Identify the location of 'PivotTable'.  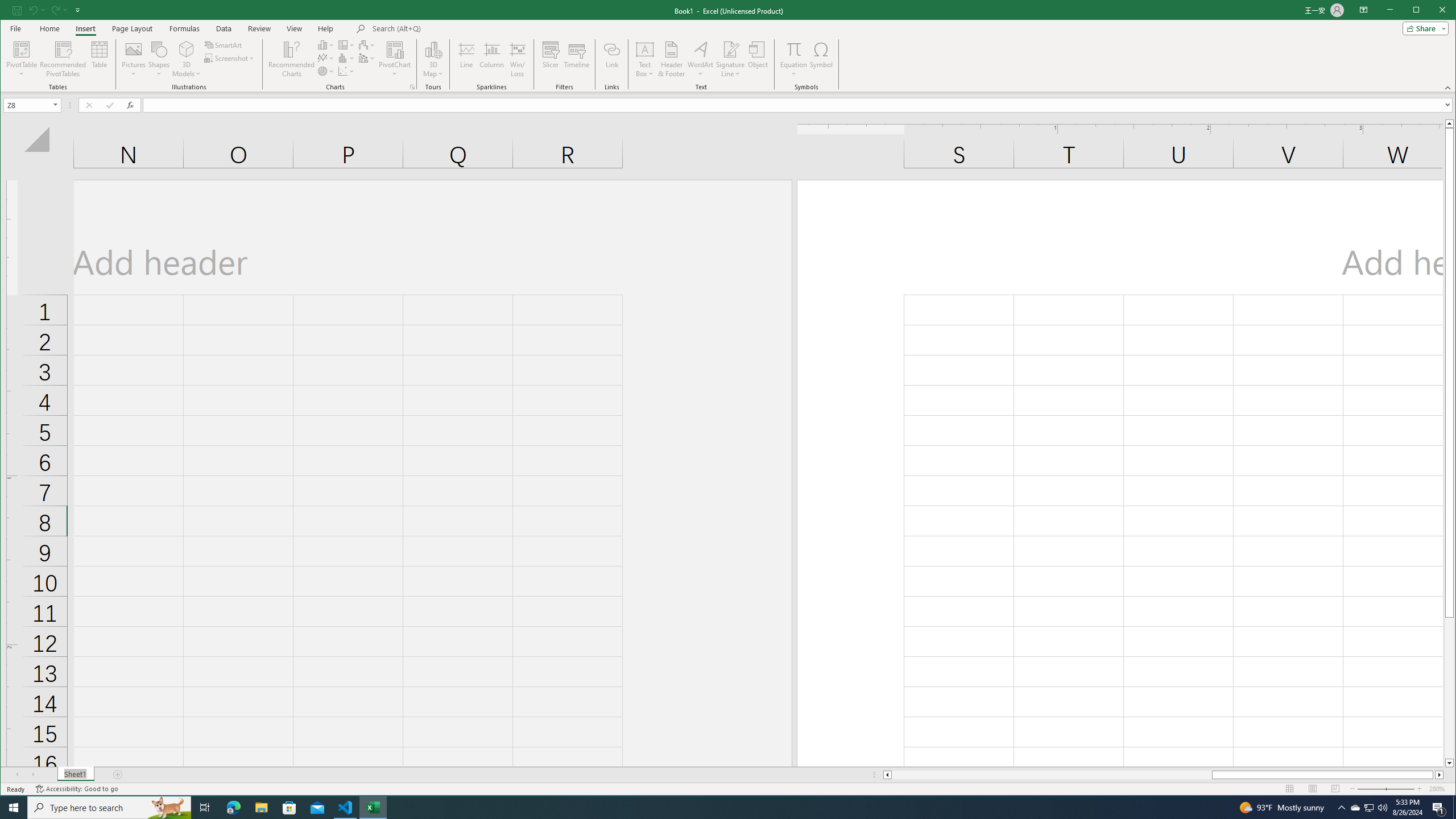
(22, 59).